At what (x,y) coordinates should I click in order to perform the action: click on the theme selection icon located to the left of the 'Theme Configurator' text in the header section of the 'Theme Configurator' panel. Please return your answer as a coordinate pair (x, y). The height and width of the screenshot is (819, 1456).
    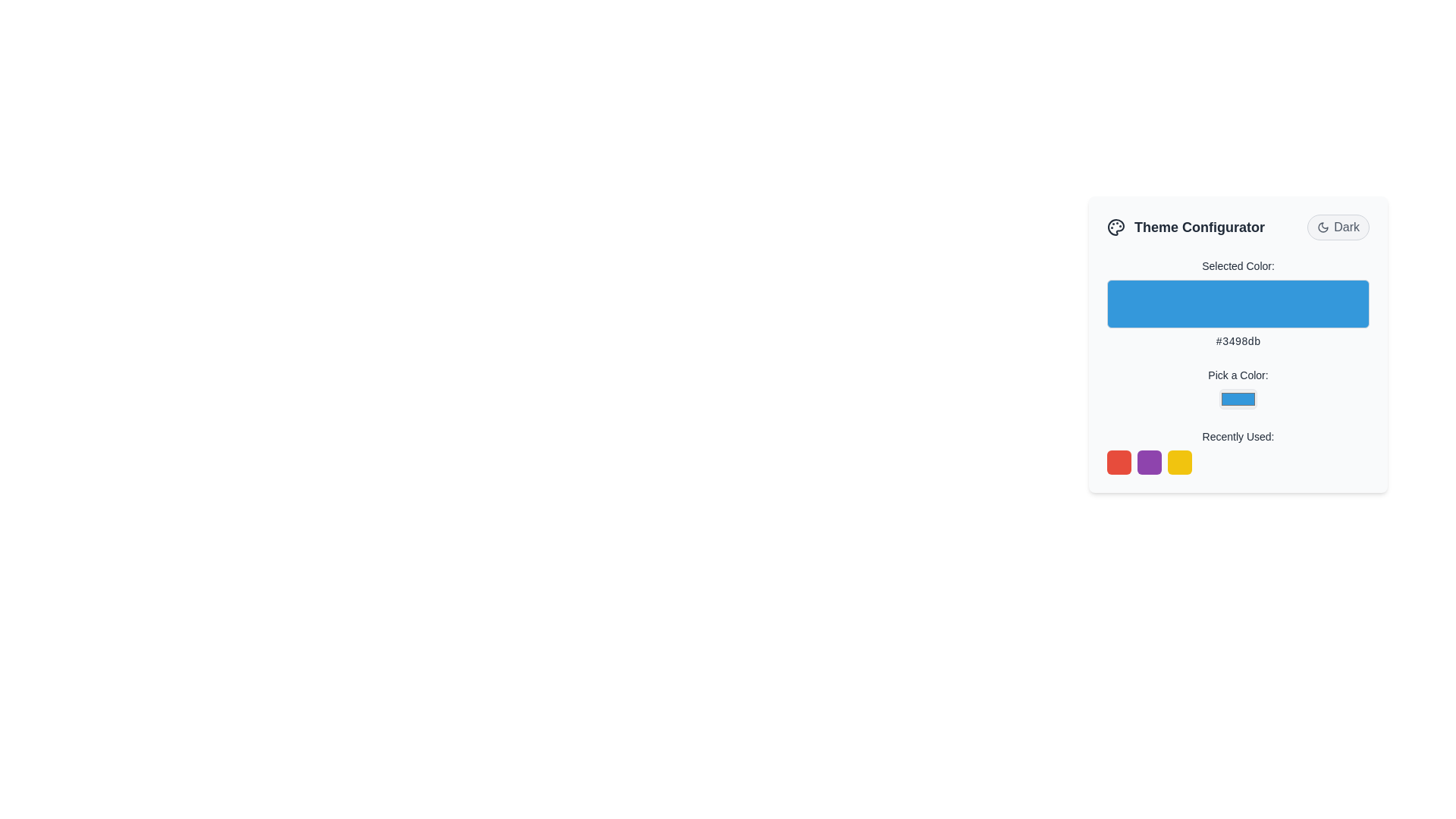
    Looking at the image, I should click on (1116, 227).